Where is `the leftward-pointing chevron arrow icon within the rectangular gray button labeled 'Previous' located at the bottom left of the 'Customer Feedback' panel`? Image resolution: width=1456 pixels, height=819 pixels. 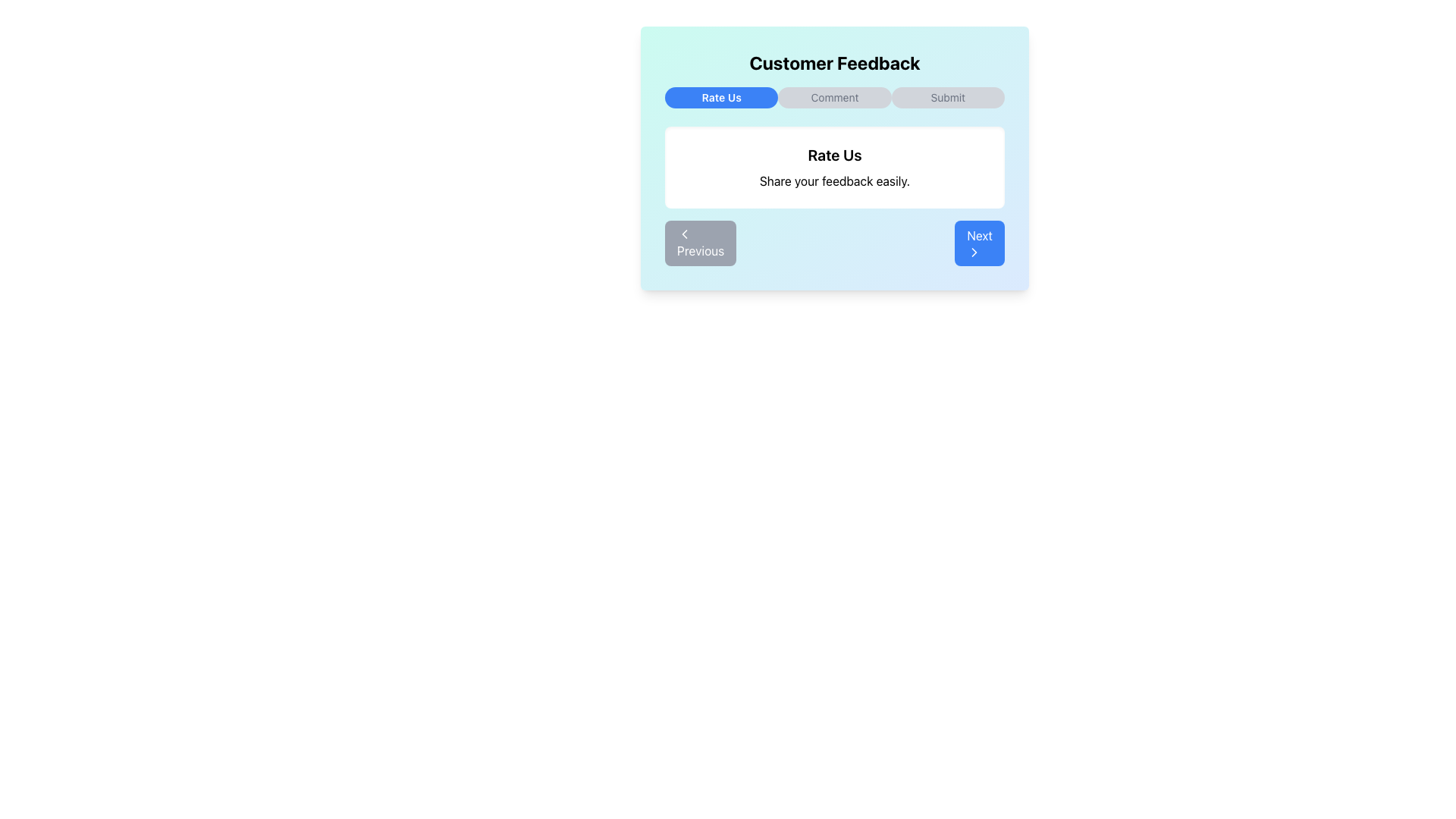
the leftward-pointing chevron arrow icon within the rectangular gray button labeled 'Previous' located at the bottom left of the 'Customer Feedback' panel is located at coordinates (683, 234).